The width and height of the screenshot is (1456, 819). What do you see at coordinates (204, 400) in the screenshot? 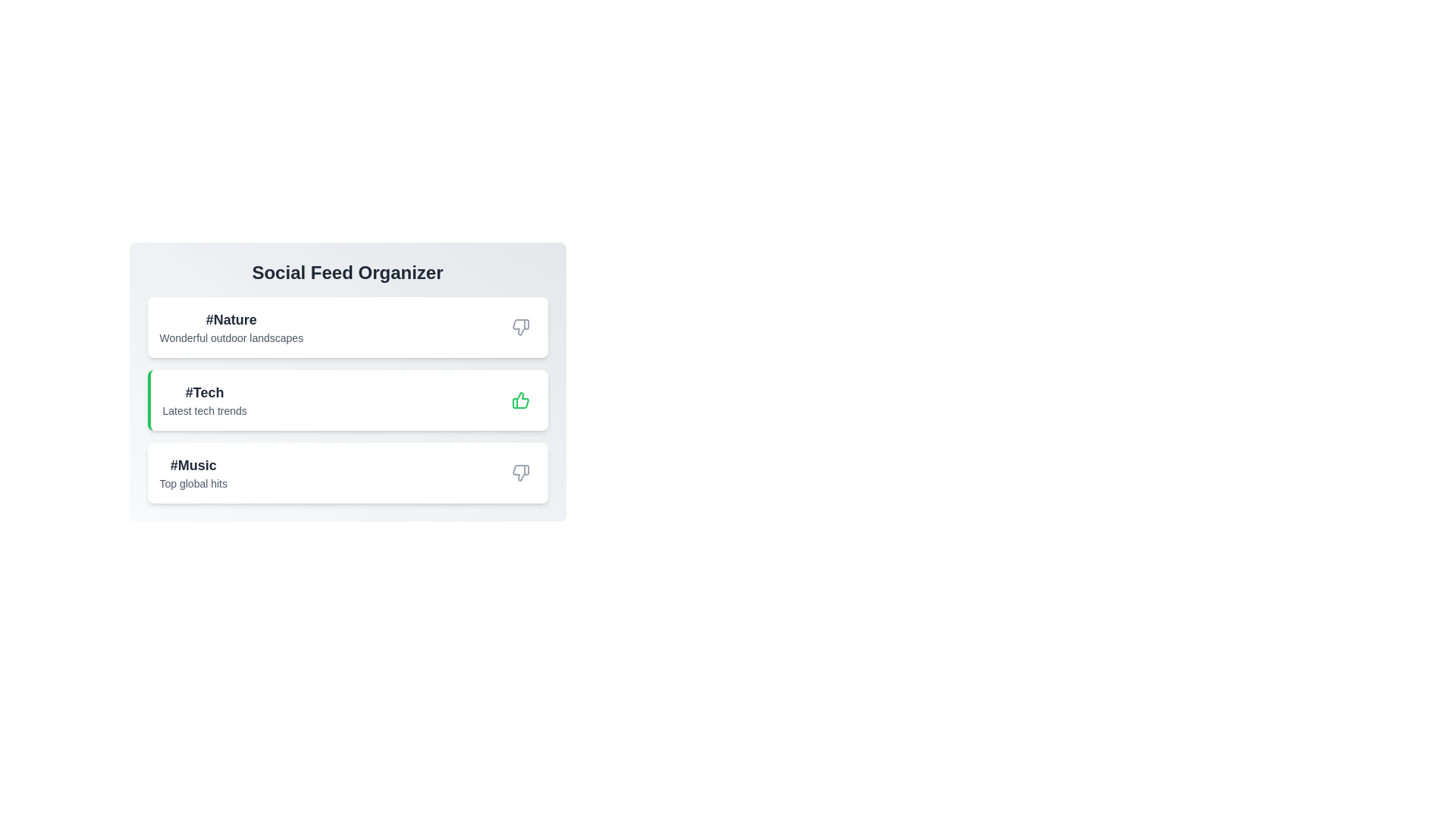
I see `the text of the category description for Tech` at bounding box center [204, 400].